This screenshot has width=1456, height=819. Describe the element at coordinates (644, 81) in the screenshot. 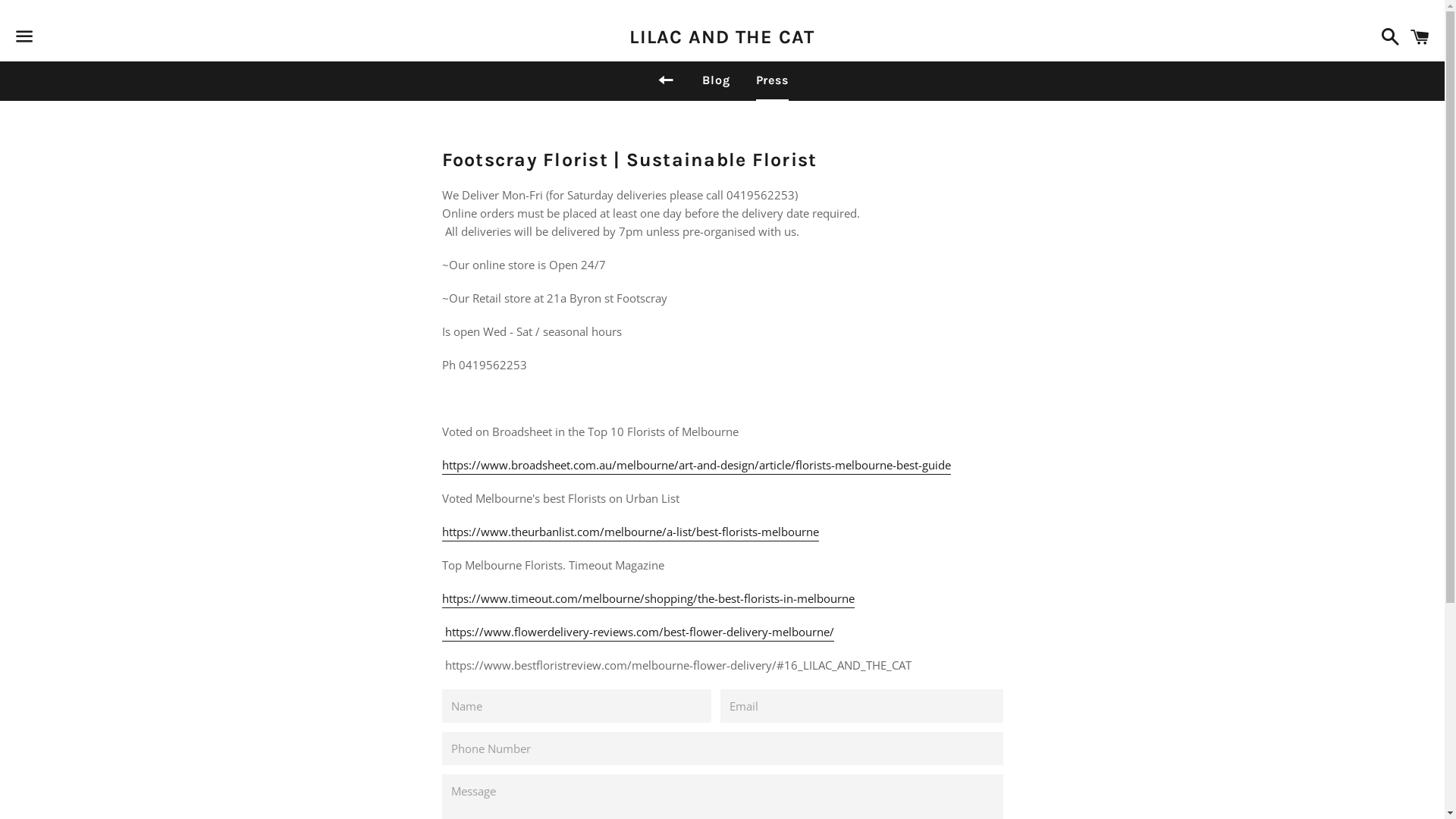

I see `'Back to site navigation'` at that location.